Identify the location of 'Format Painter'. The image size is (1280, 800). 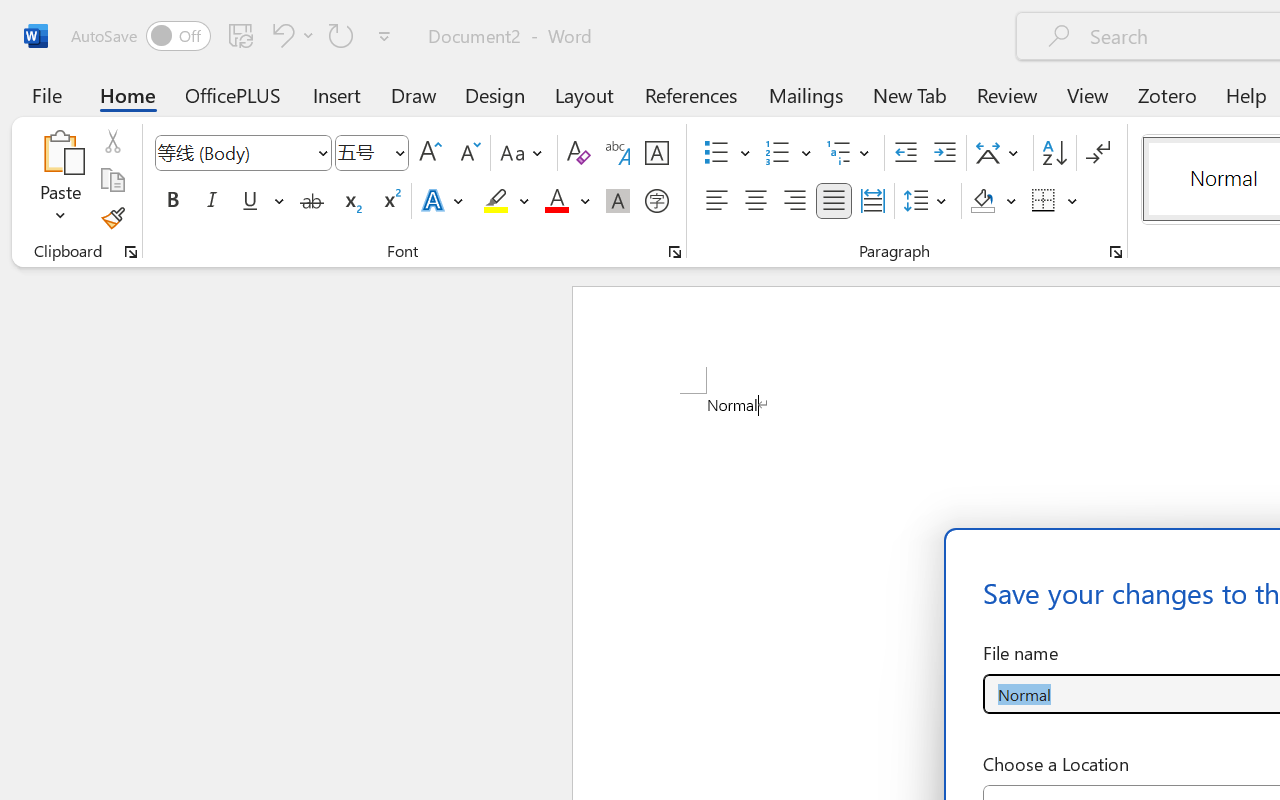
(111, 218).